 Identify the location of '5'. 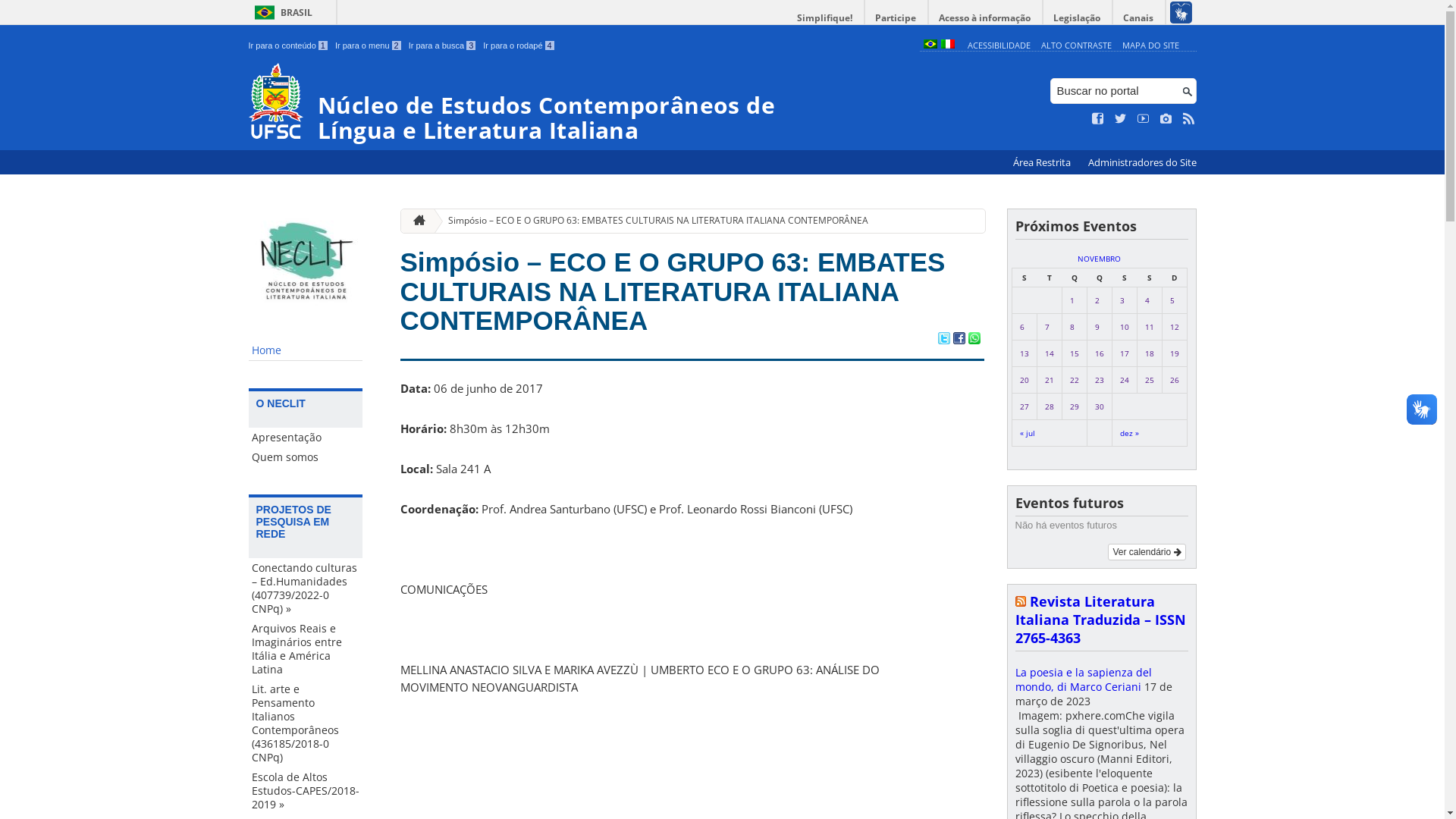
(1171, 300).